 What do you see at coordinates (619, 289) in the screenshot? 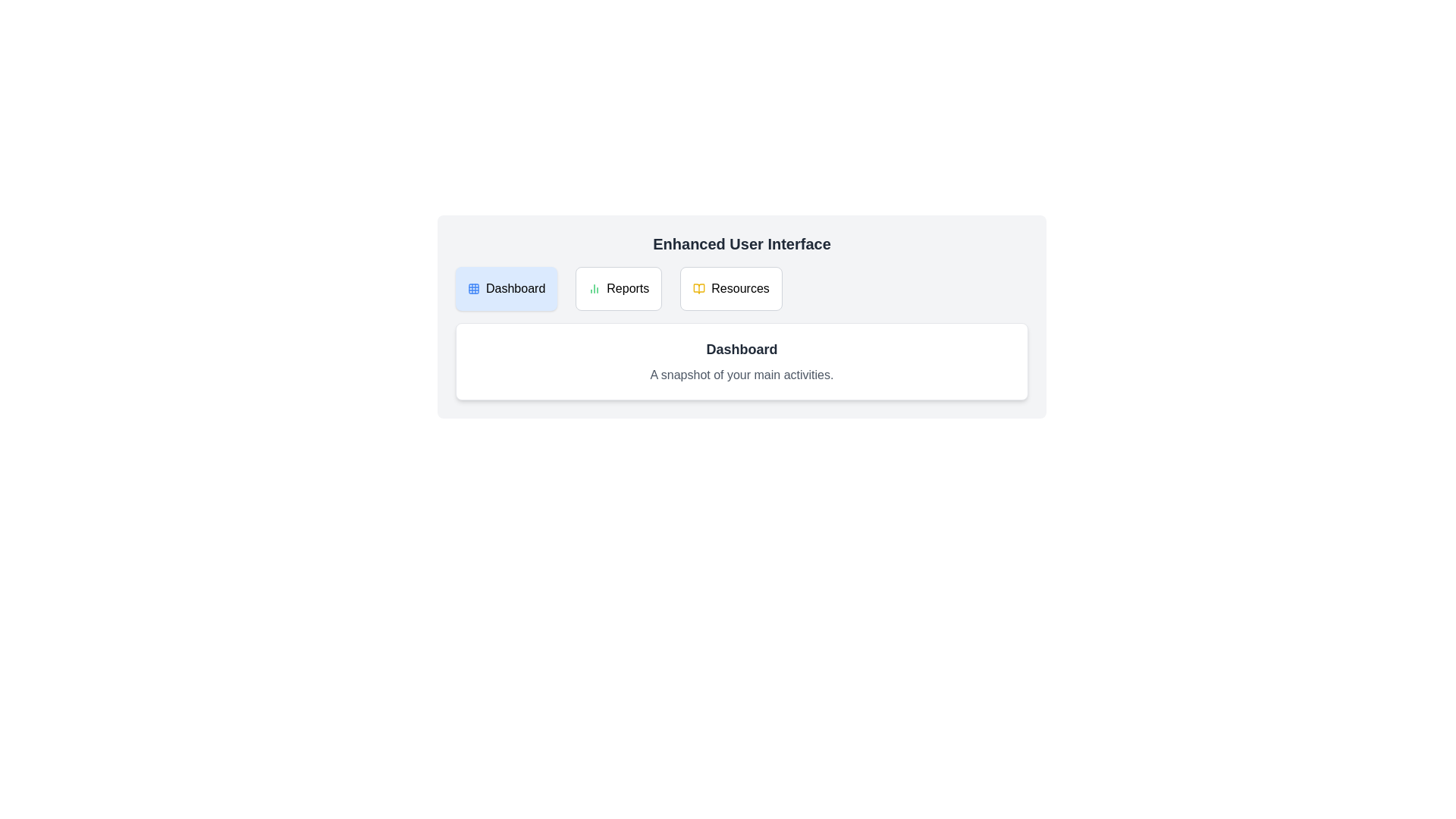
I see `the tab labeled Reports` at bounding box center [619, 289].